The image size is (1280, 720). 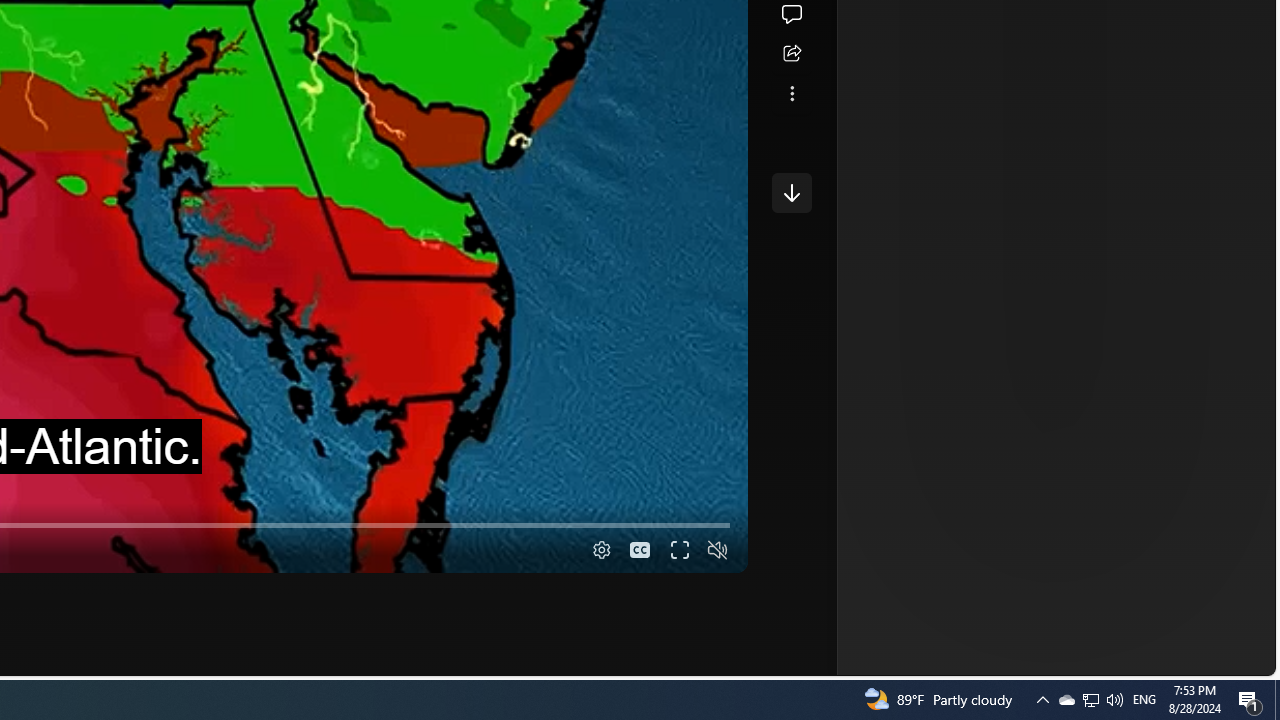 I want to click on 'Captions', so click(x=640, y=550).